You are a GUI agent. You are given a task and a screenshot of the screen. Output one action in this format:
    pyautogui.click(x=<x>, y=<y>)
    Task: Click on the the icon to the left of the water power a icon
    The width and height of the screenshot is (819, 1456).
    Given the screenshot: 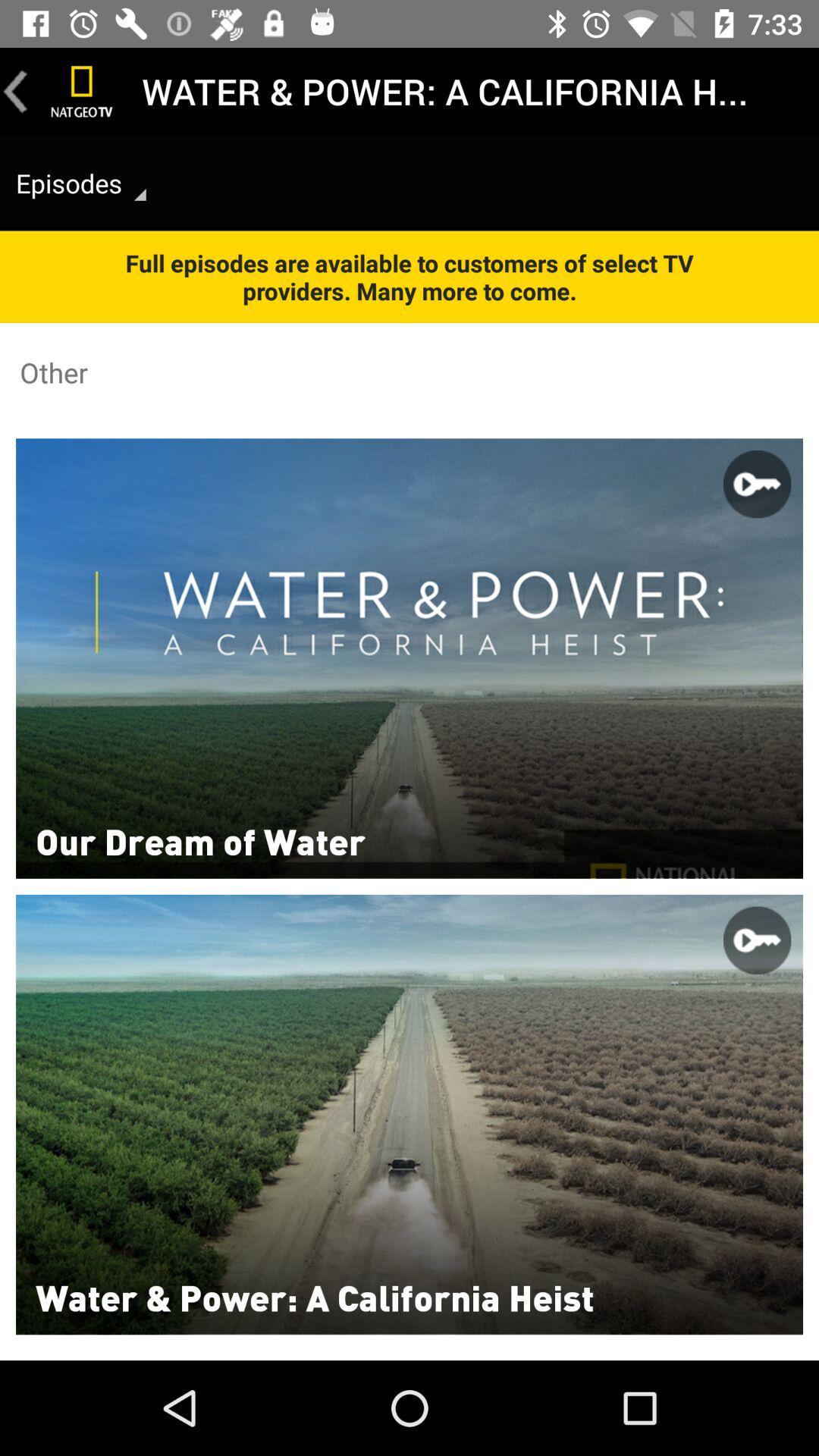 What is the action you would take?
    pyautogui.click(x=82, y=90)
    